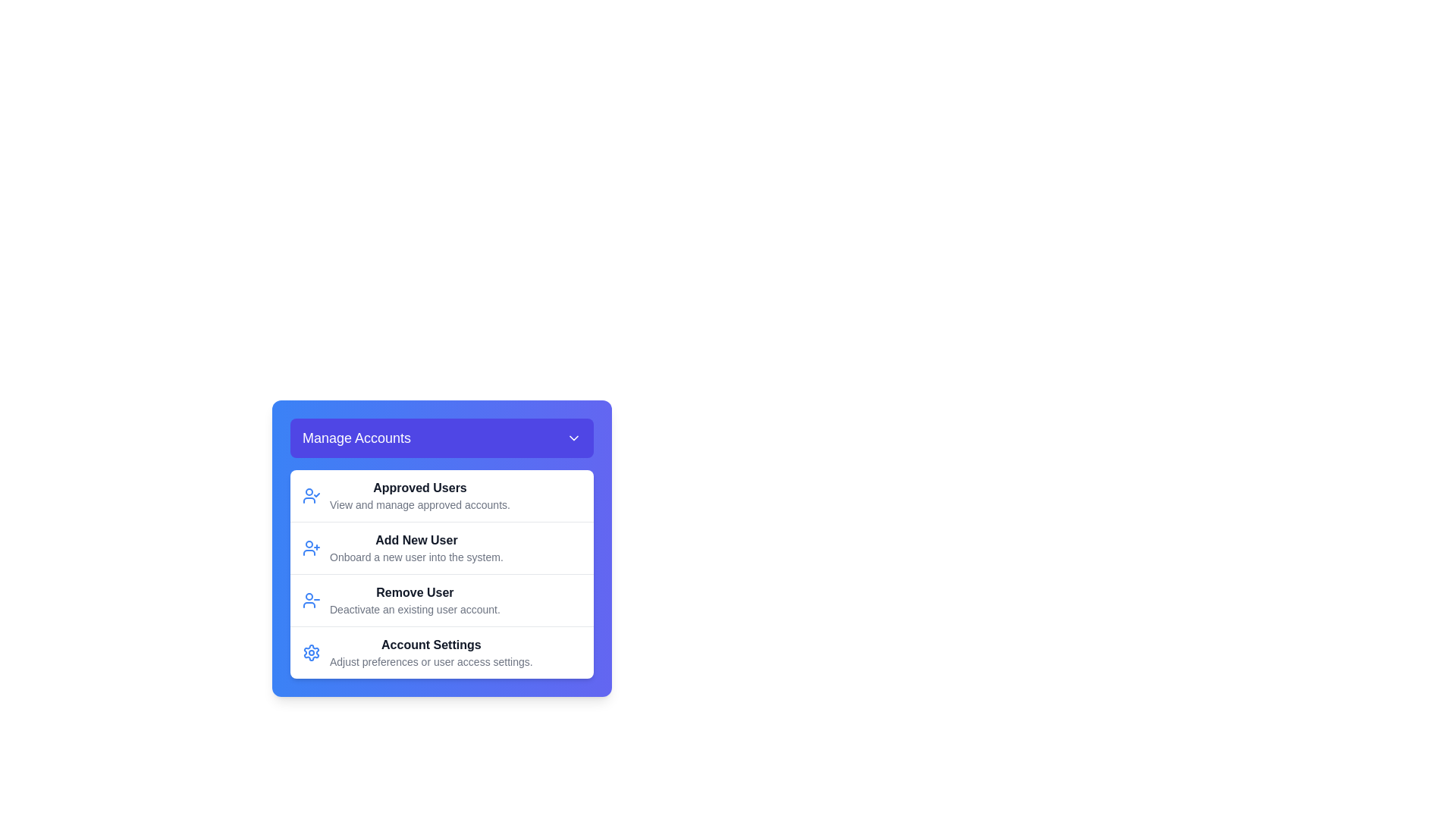  Describe the element at coordinates (441, 496) in the screenshot. I see `the list entry titled 'Approved Users'` at that location.